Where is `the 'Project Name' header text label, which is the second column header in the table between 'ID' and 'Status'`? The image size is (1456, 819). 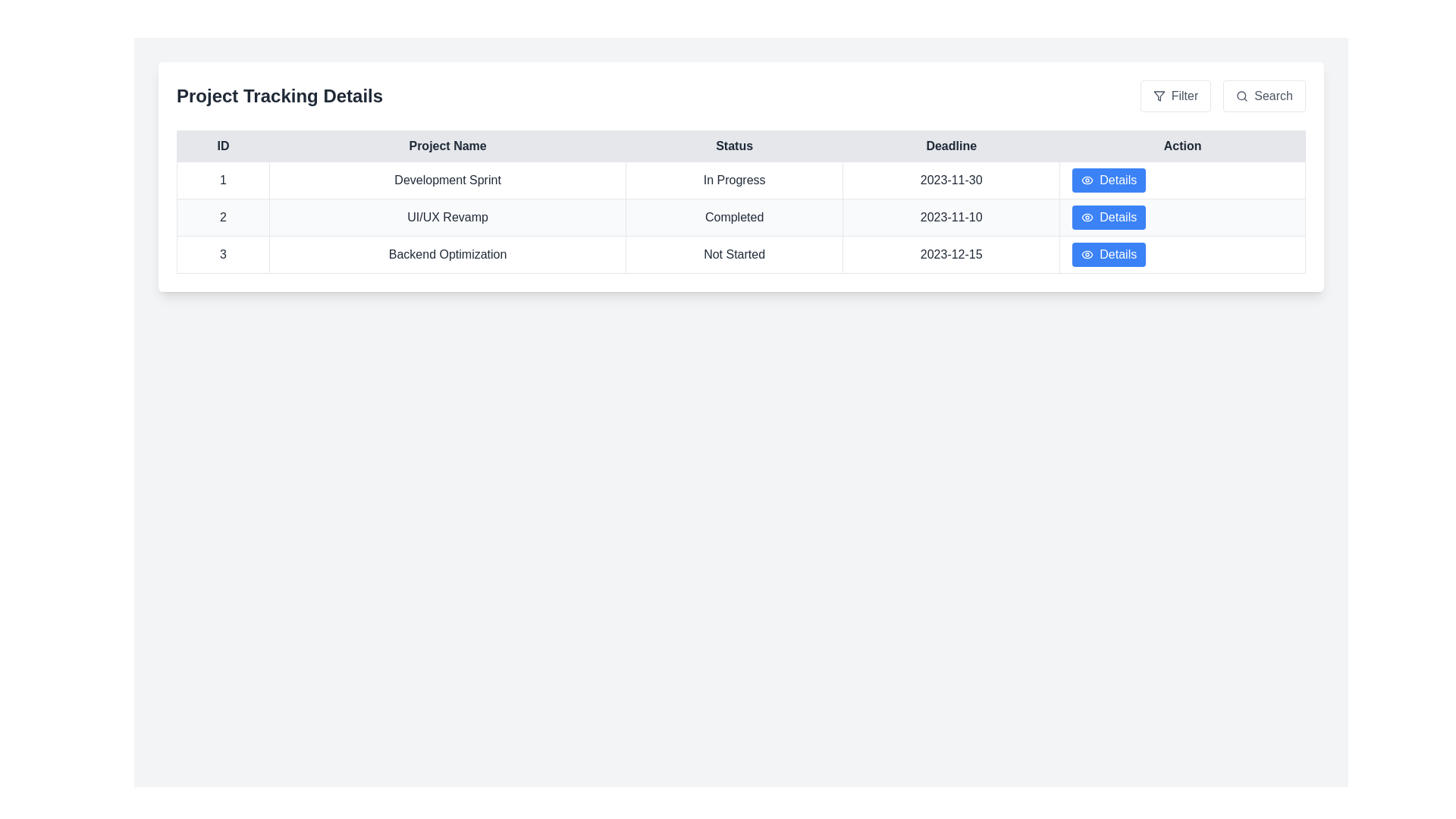
the 'Project Name' header text label, which is the second column header in the table between 'ID' and 'Status' is located at coordinates (447, 146).